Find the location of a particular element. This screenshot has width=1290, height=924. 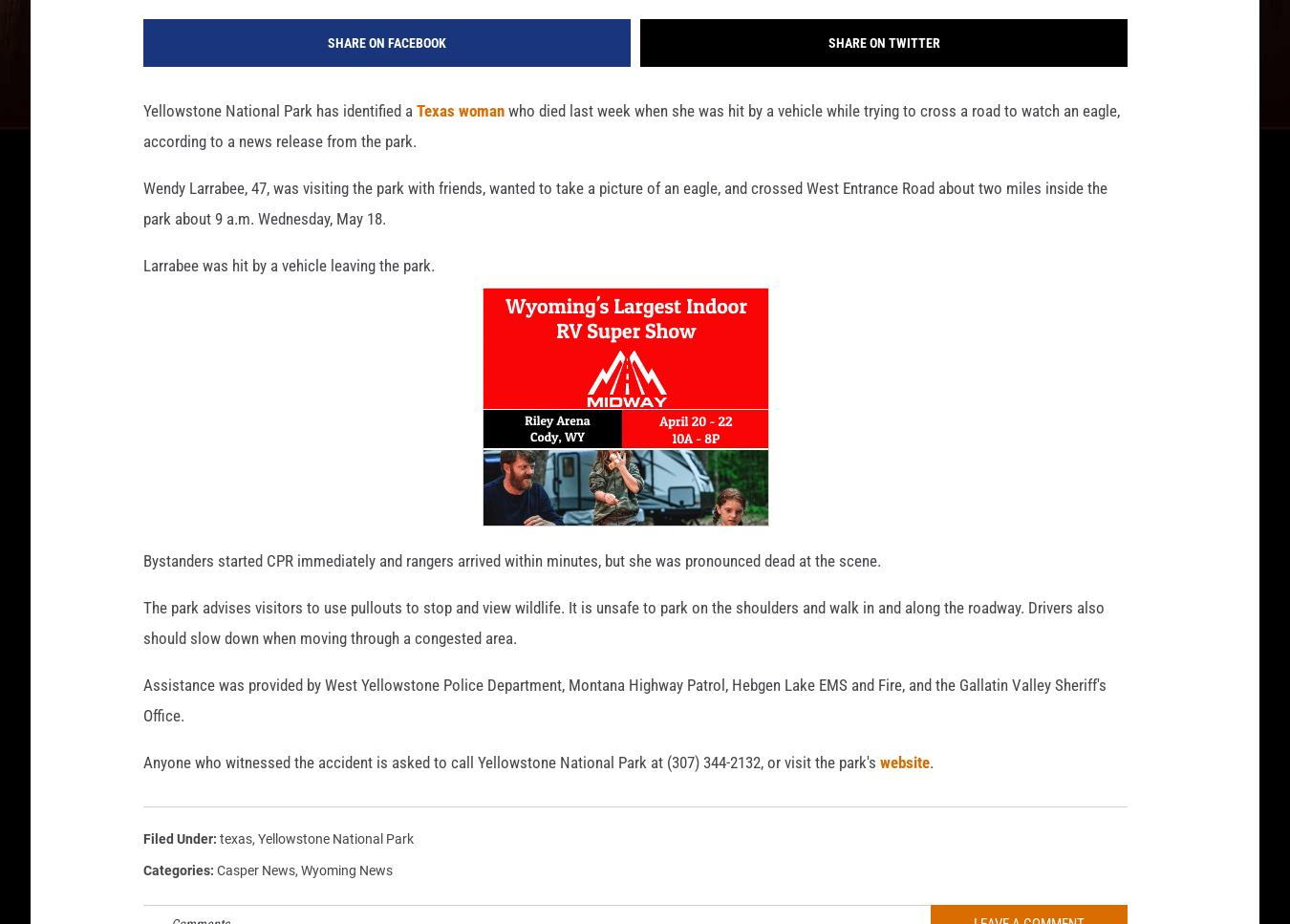

'Bystanders started CPR immediately and rangers arrived within minutes, but she was pronounced dead at the scene.' is located at coordinates (510, 591).